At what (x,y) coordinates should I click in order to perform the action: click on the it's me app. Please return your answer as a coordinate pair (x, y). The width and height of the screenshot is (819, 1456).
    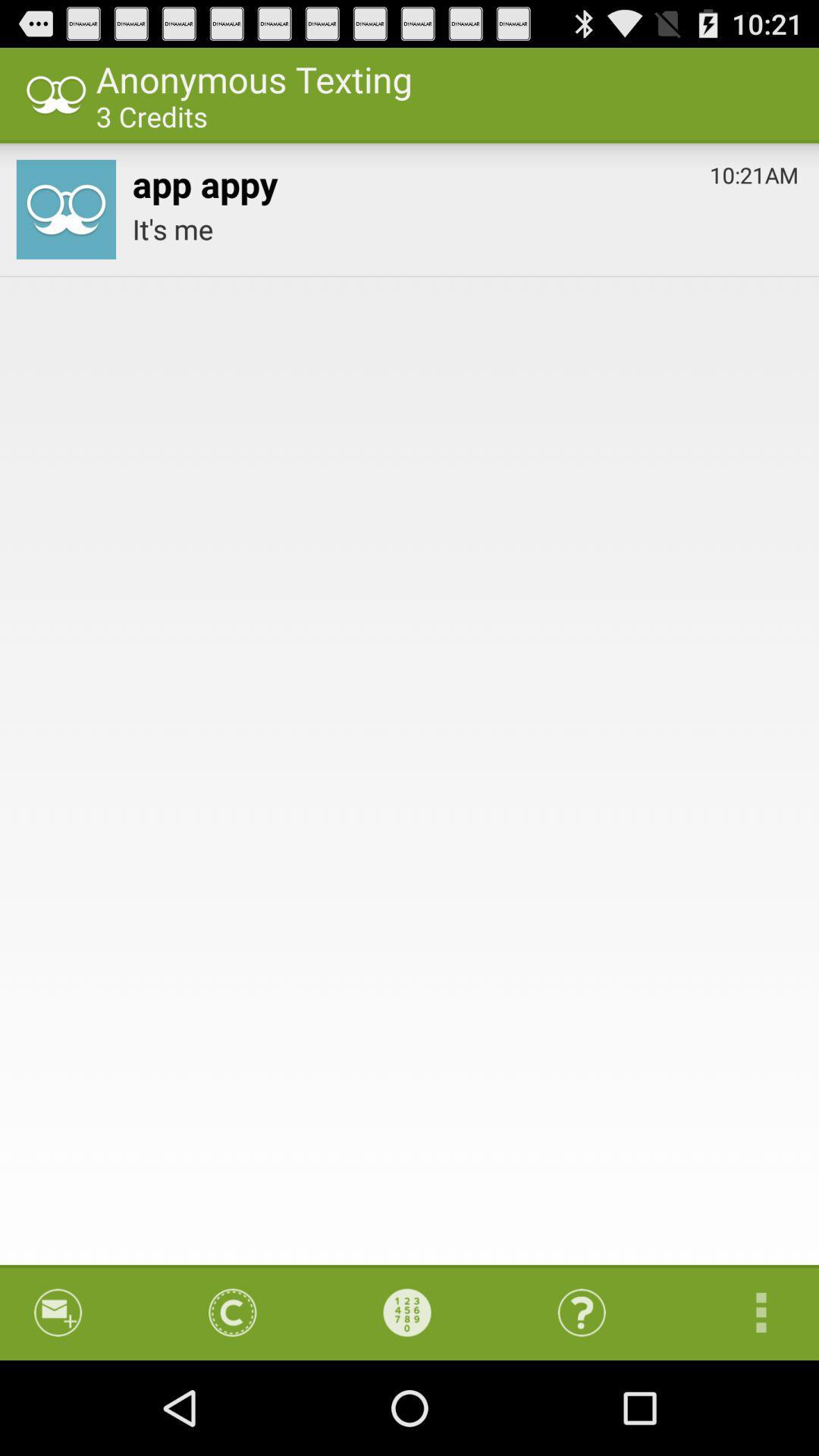
    Looking at the image, I should click on (464, 228).